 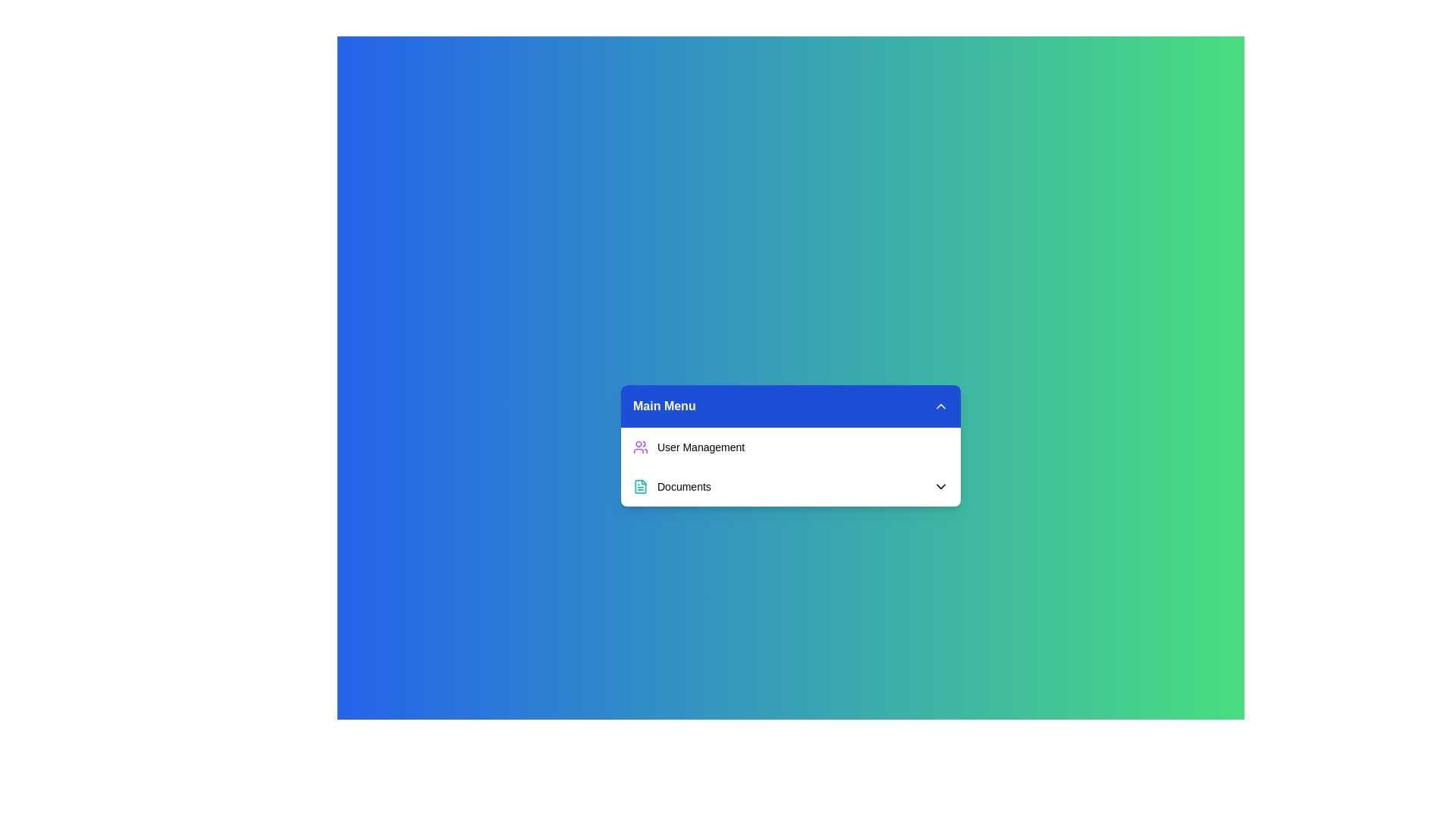 What do you see at coordinates (683, 486) in the screenshot?
I see `text label displaying 'Documents', which is styled in a small bold font and located next to a document icon` at bounding box center [683, 486].